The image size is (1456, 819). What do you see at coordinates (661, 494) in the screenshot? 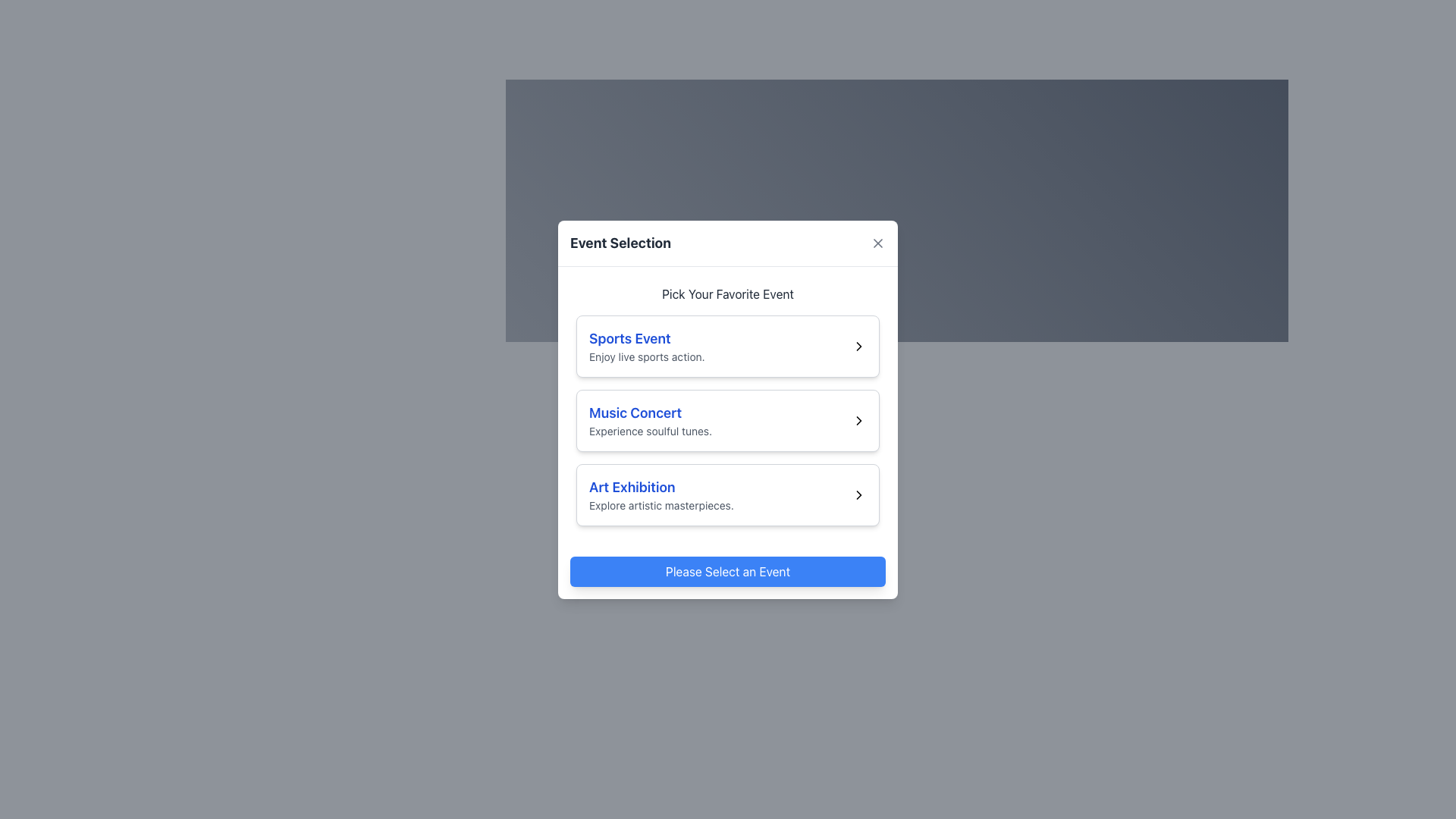
I see `the 'Art Exhibition' text option` at bounding box center [661, 494].